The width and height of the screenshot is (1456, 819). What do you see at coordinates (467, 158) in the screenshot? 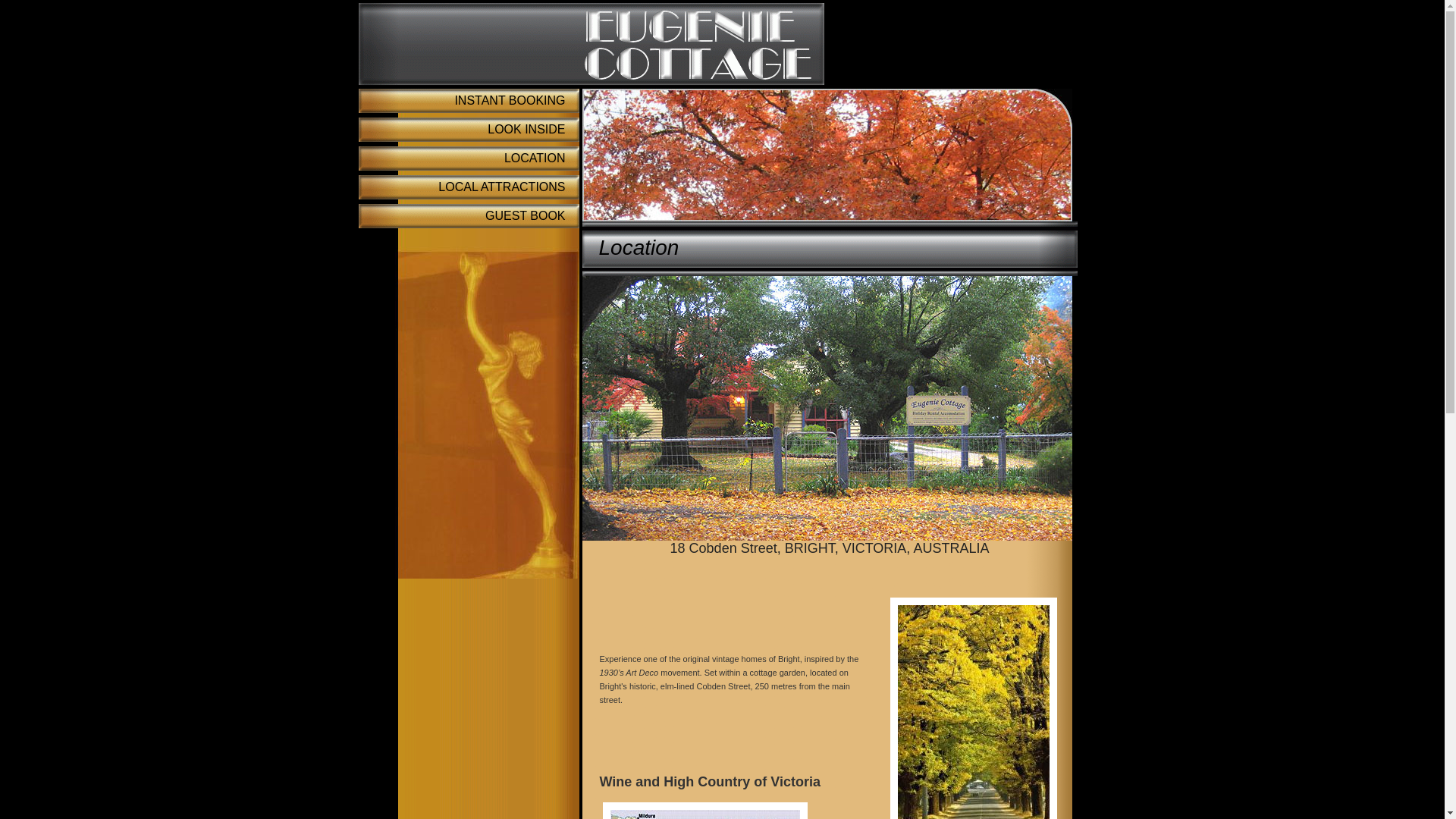
I see `'LOCATION'` at bounding box center [467, 158].